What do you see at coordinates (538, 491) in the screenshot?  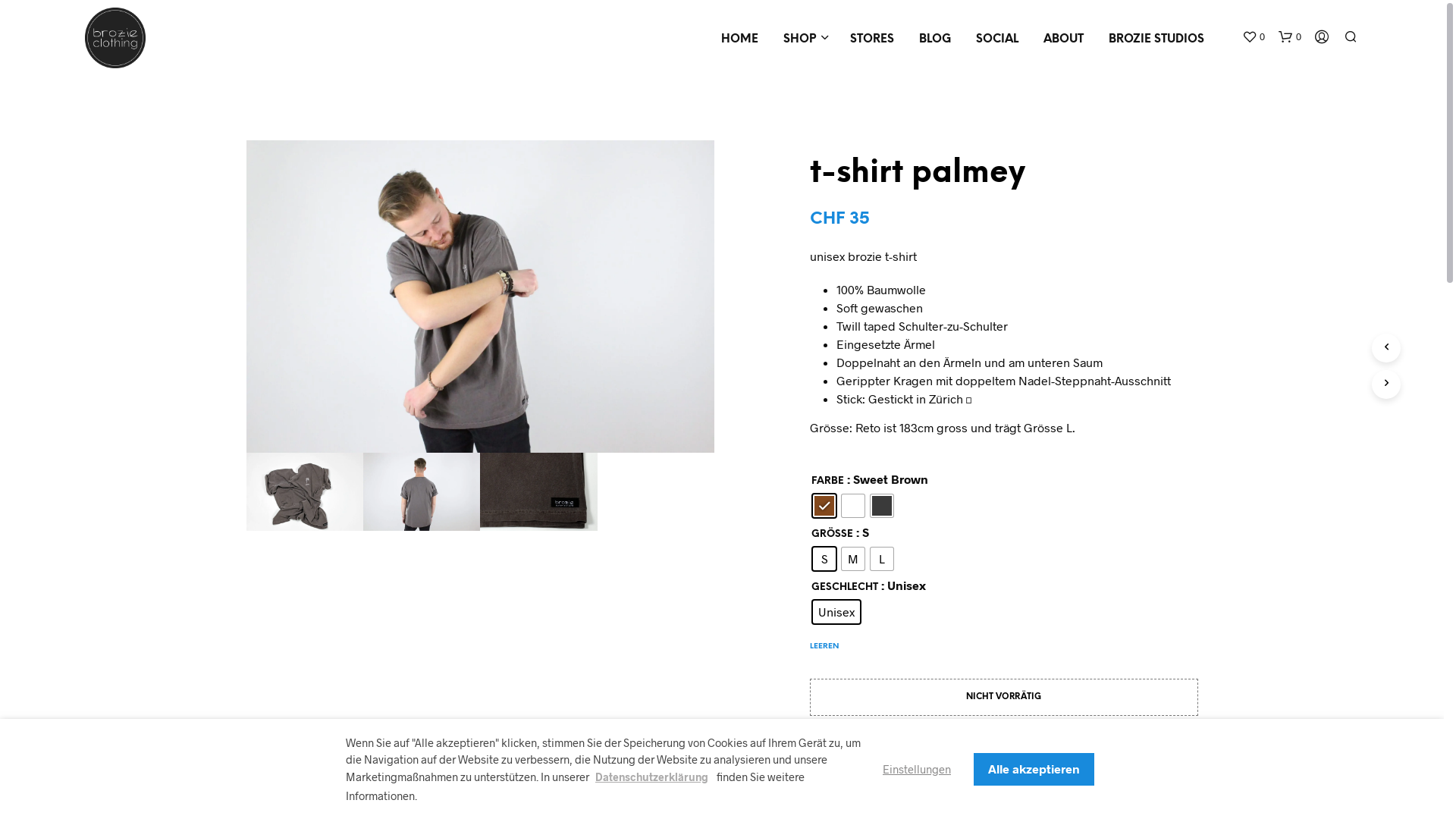 I see `'palmey brown 4'` at bounding box center [538, 491].